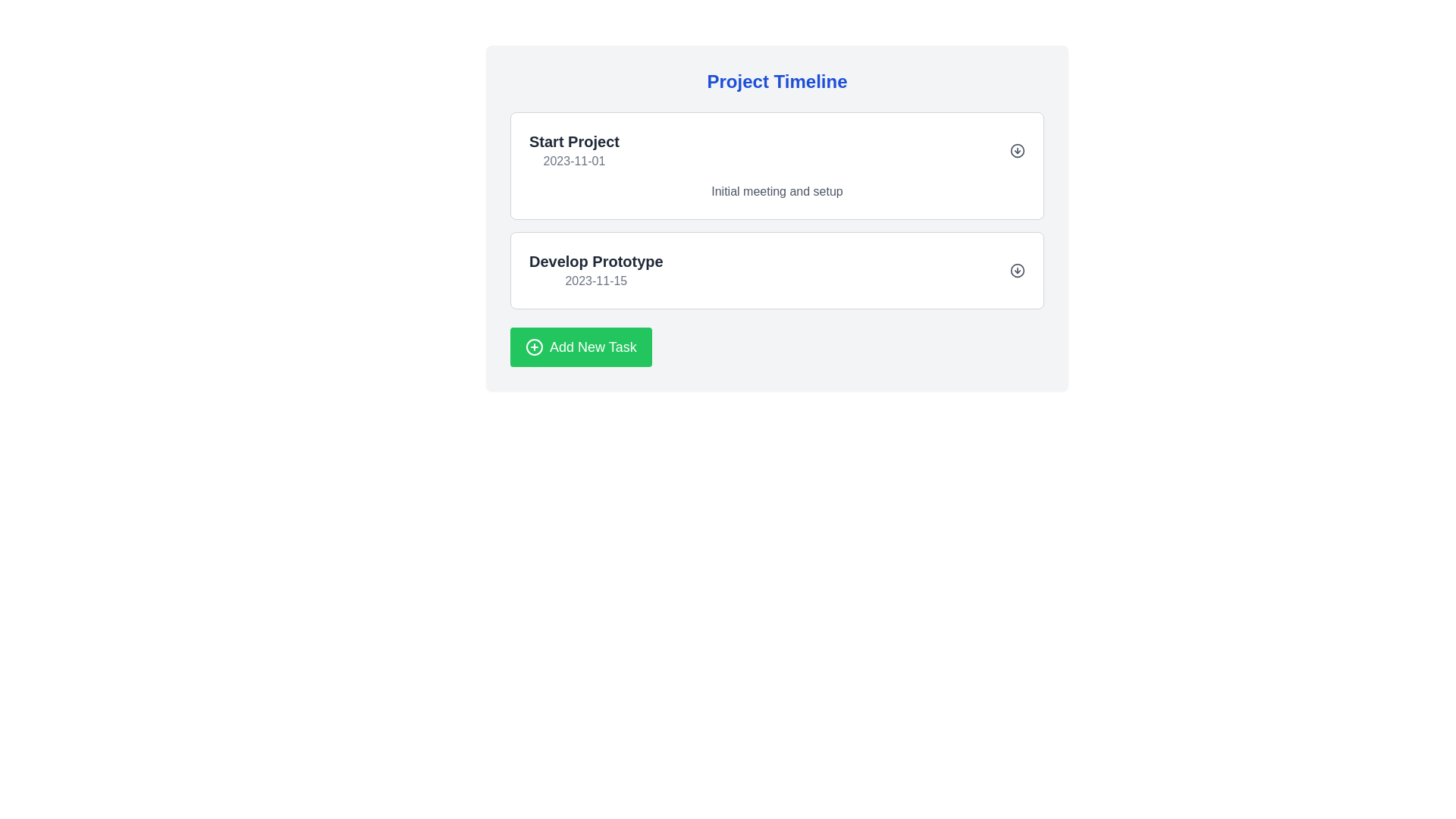 The image size is (1456, 819). I want to click on the text label providing a subtitle or description related to the 'Start Project' task, located underneath the heading 'Start Project' and the date '2023-11-01', so click(777, 191).